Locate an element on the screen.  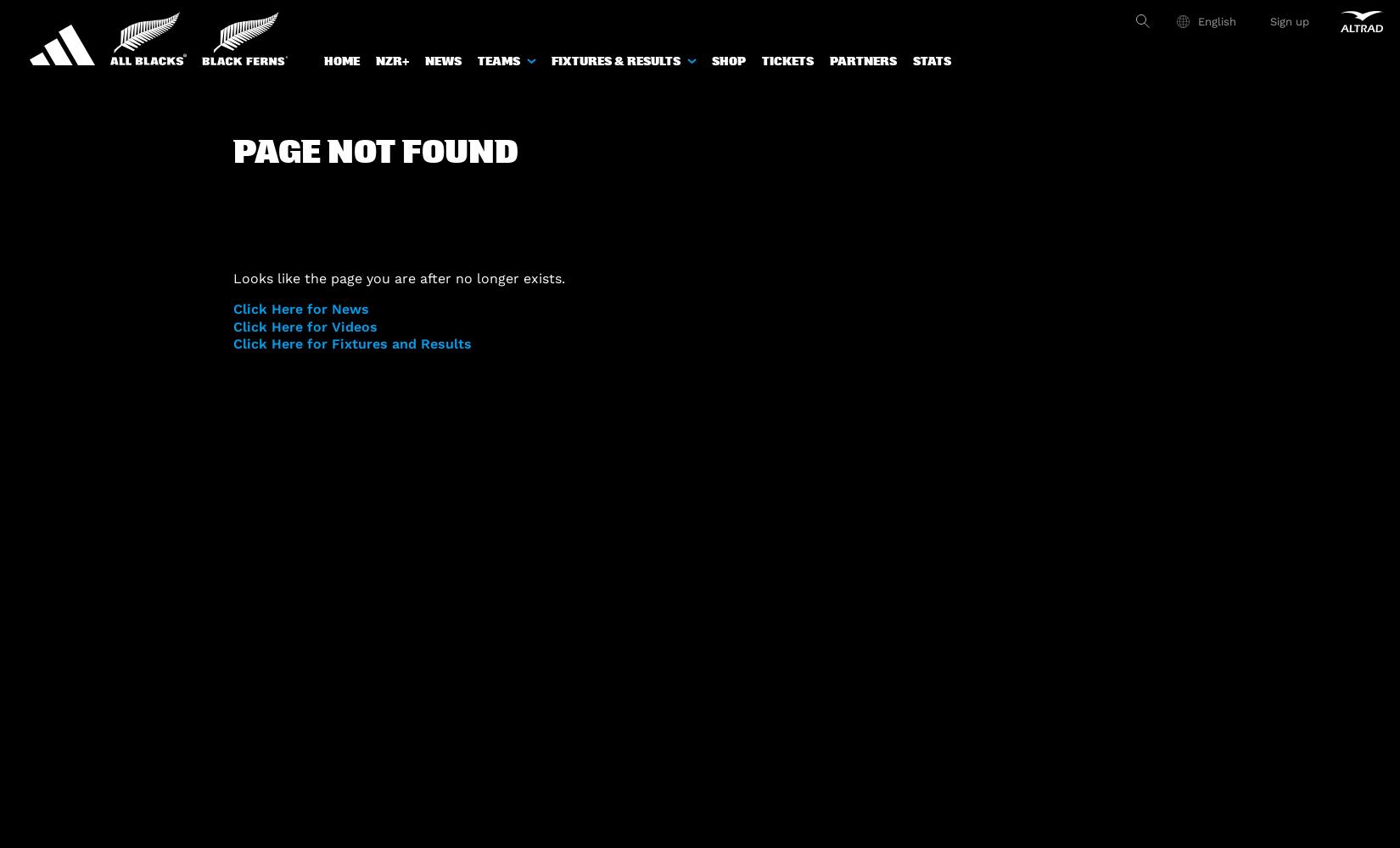
'NZR+' is located at coordinates (391, 60).